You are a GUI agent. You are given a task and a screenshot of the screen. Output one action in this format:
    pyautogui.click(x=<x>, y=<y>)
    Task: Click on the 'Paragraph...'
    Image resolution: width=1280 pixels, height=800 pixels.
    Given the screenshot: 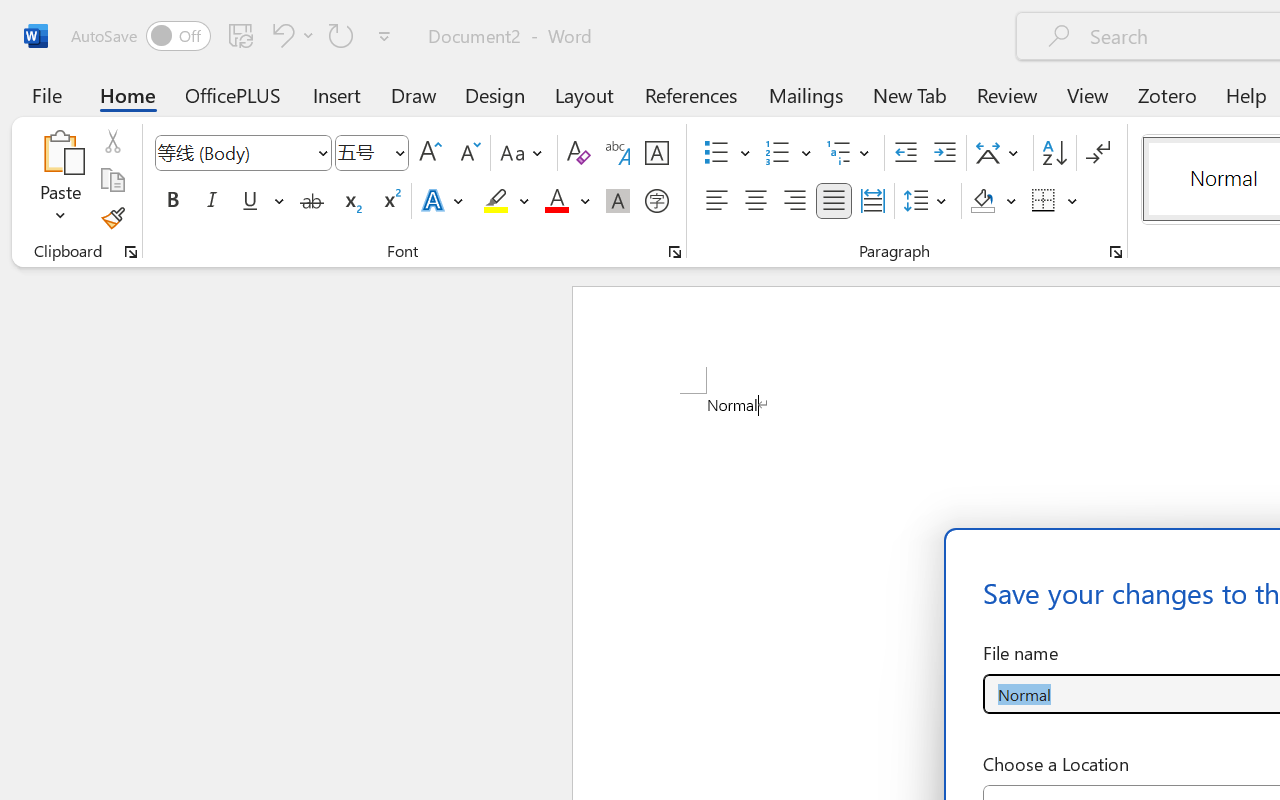 What is the action you would take?
    pyautogui.click(x=1114, y=251)
    